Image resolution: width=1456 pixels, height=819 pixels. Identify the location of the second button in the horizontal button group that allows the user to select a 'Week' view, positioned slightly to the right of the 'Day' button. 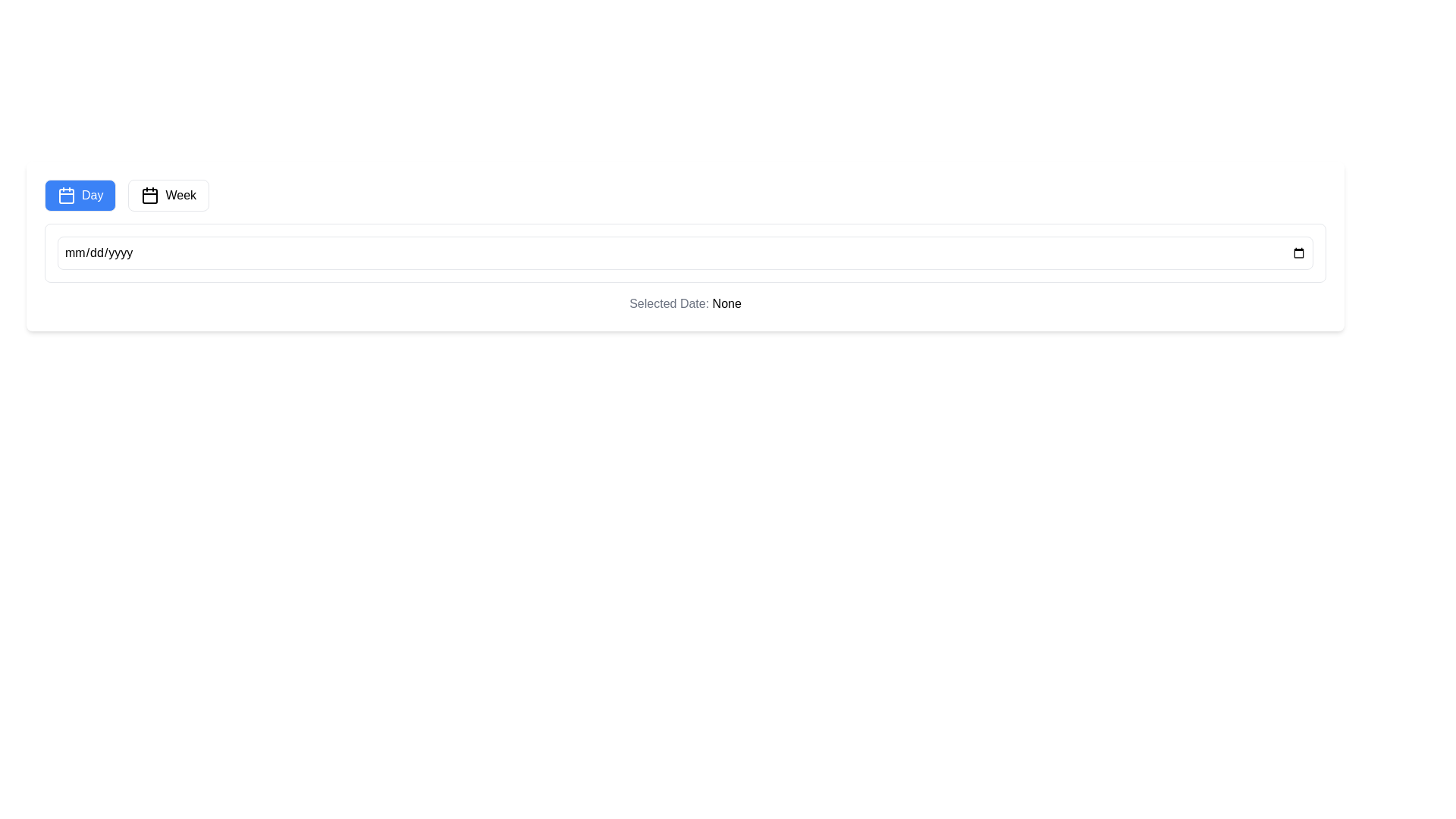
(168, 195).